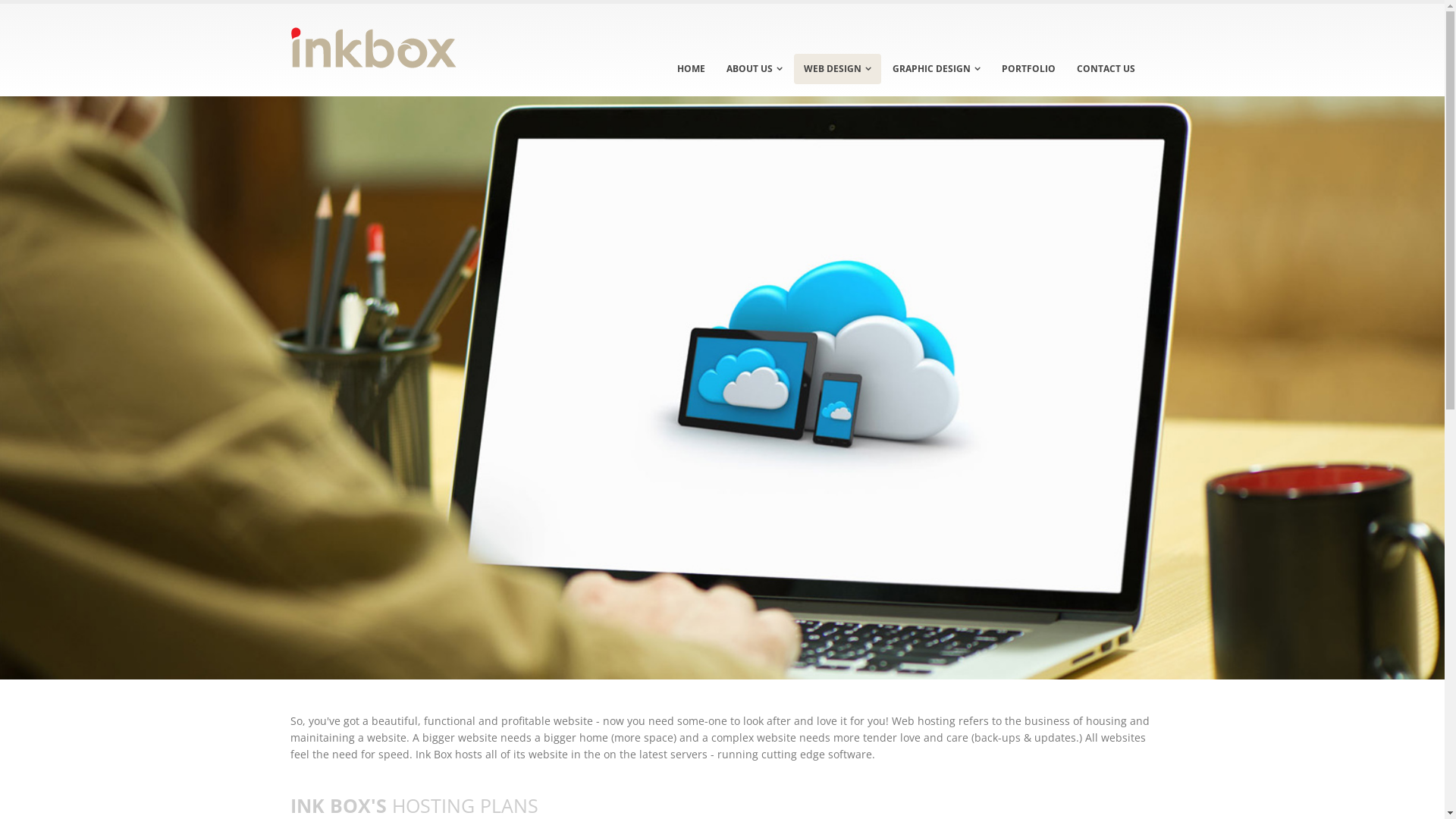  I want to click on 'PORTFOLIO', so click(992, 69).